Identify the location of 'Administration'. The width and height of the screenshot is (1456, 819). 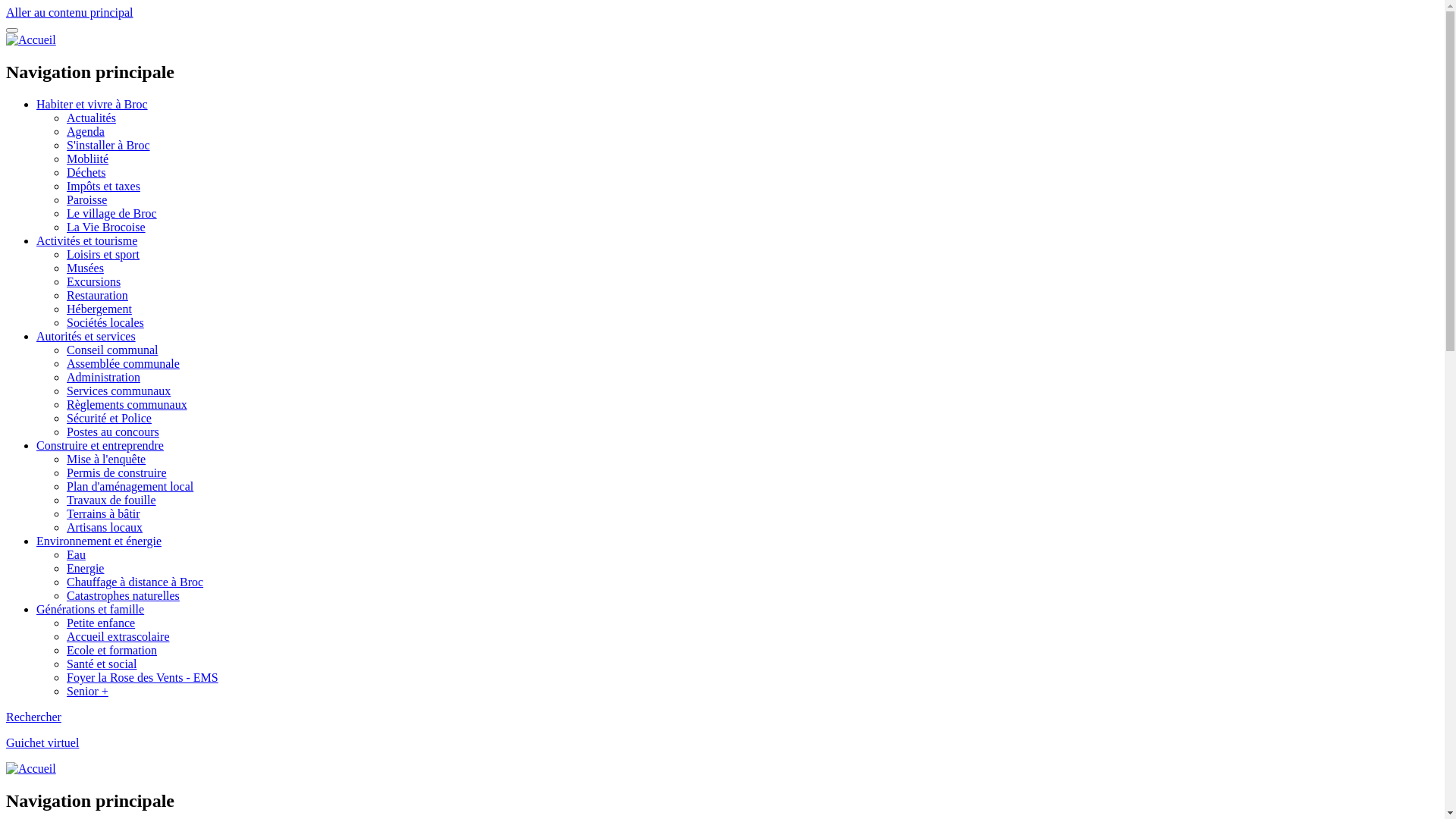
(102, 376).